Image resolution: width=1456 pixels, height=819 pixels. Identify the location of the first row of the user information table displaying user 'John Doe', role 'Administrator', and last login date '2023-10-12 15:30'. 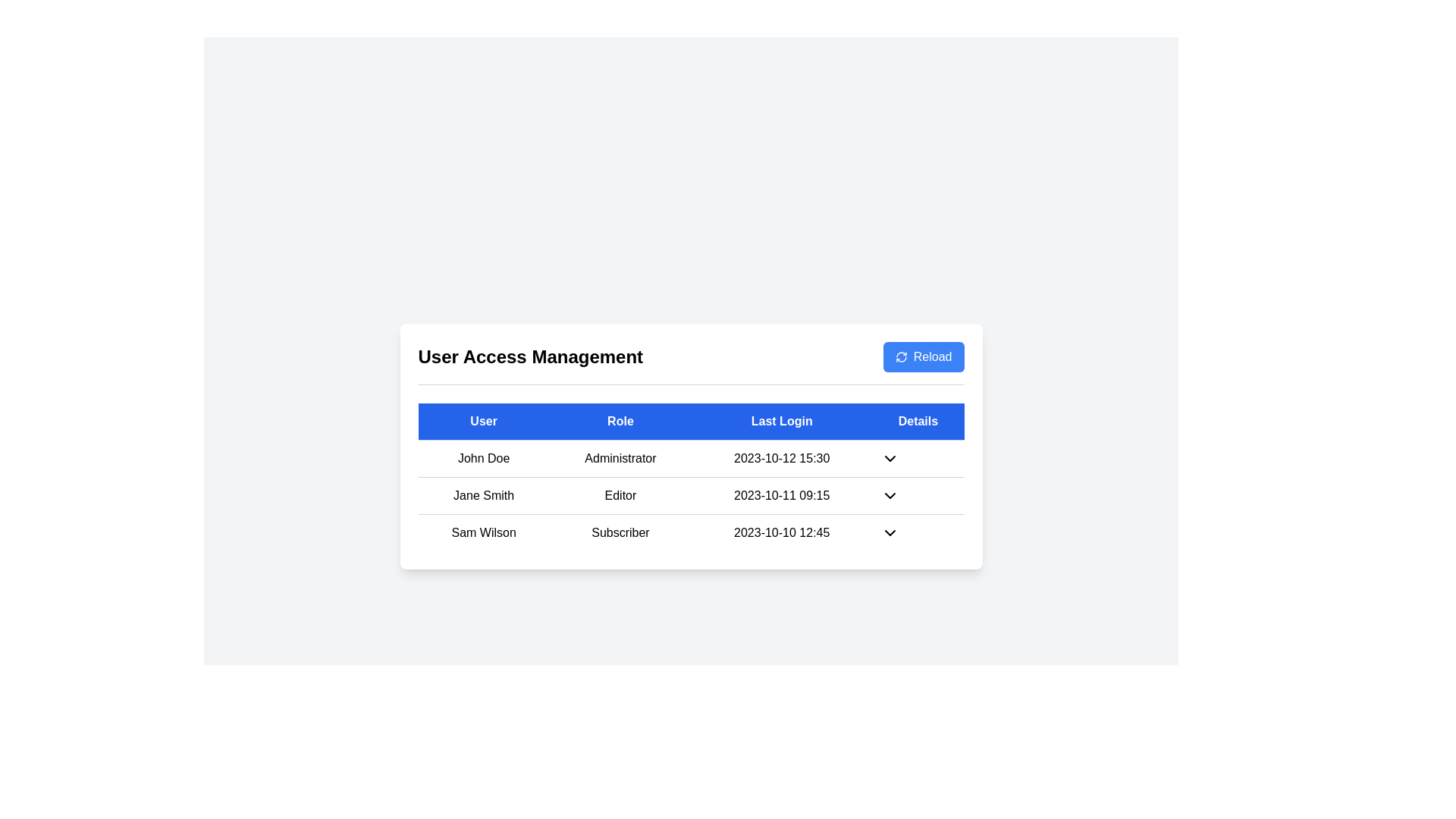
(690, 458).